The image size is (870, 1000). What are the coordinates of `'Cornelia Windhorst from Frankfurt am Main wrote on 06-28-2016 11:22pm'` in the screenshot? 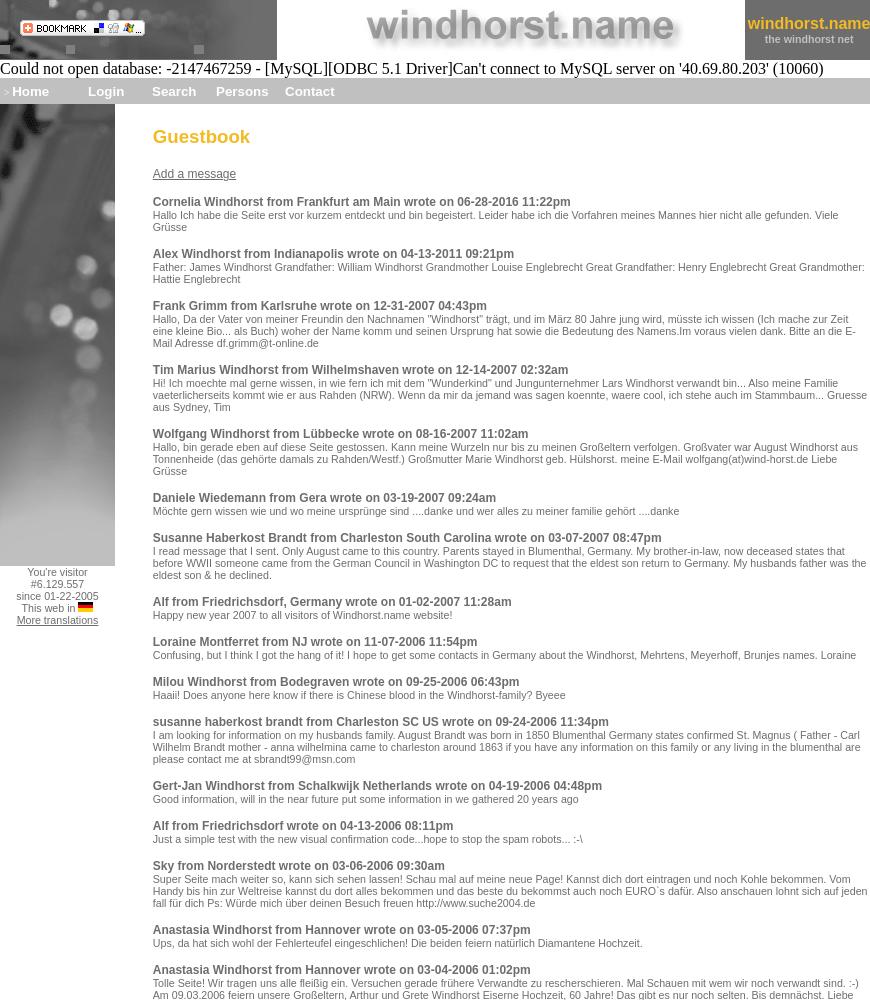 It's located at (360, 201).